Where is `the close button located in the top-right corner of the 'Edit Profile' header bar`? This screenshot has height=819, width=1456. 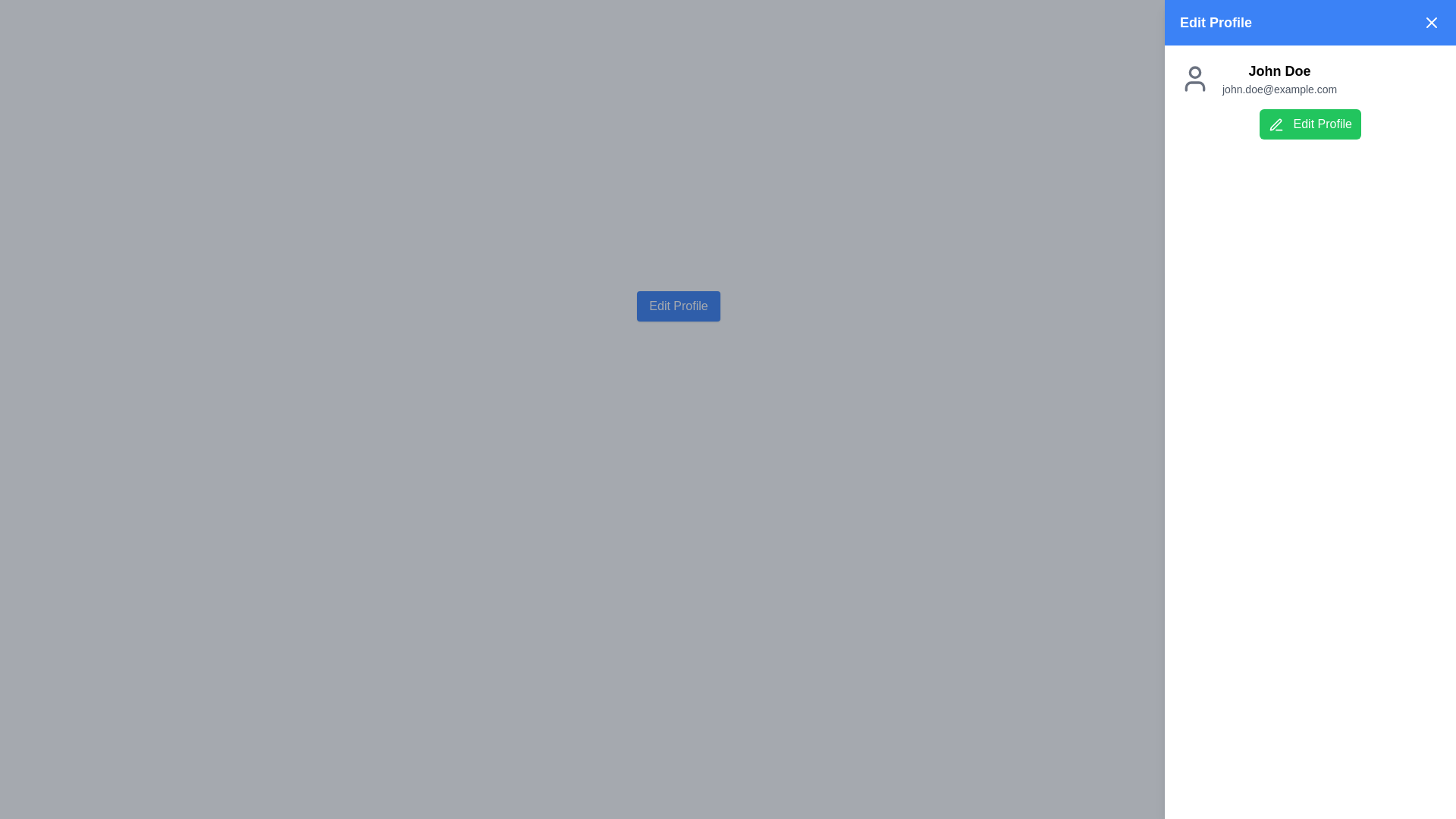
the close button located in the top-right corner of the 'Edit Profile' header bar is located at coordinates (1430, 23).